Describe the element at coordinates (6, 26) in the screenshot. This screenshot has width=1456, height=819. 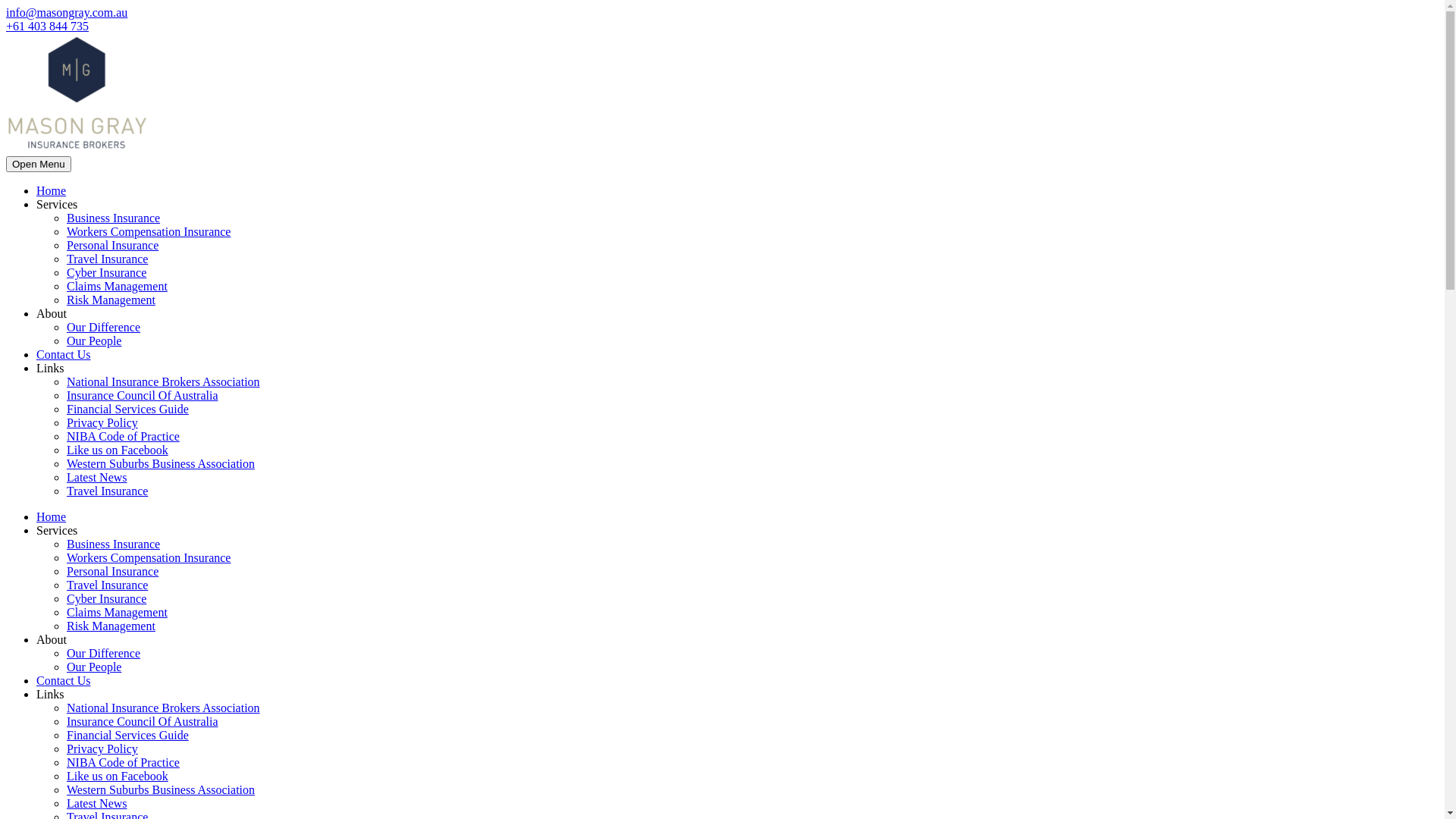
I see `'+61 403 844 735'` at that location.